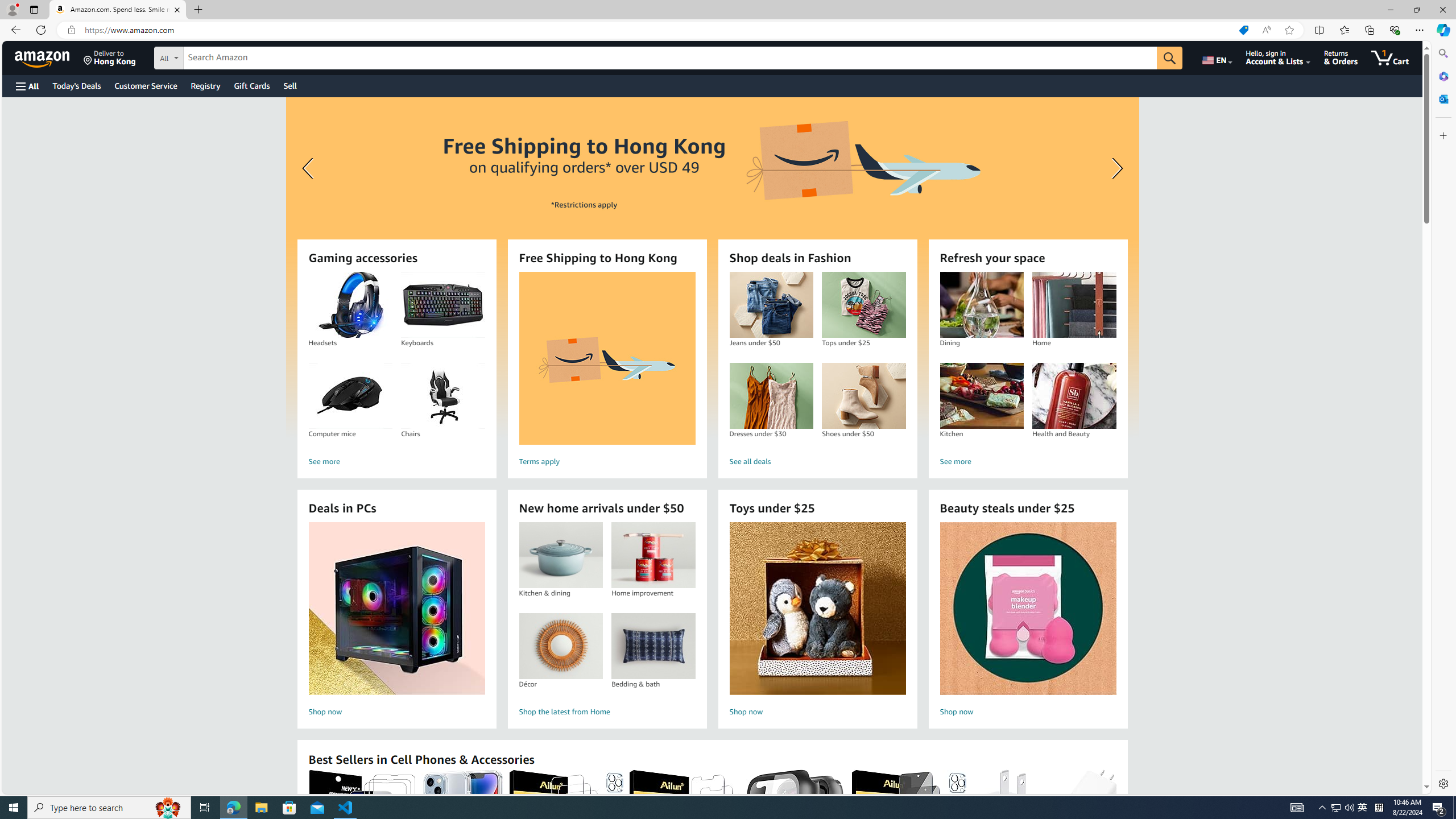 This screenshot has width=1456, height=819. Describe the element at coordinates (442, 396) in the screenshot. I see `'Chairs'` at that location.